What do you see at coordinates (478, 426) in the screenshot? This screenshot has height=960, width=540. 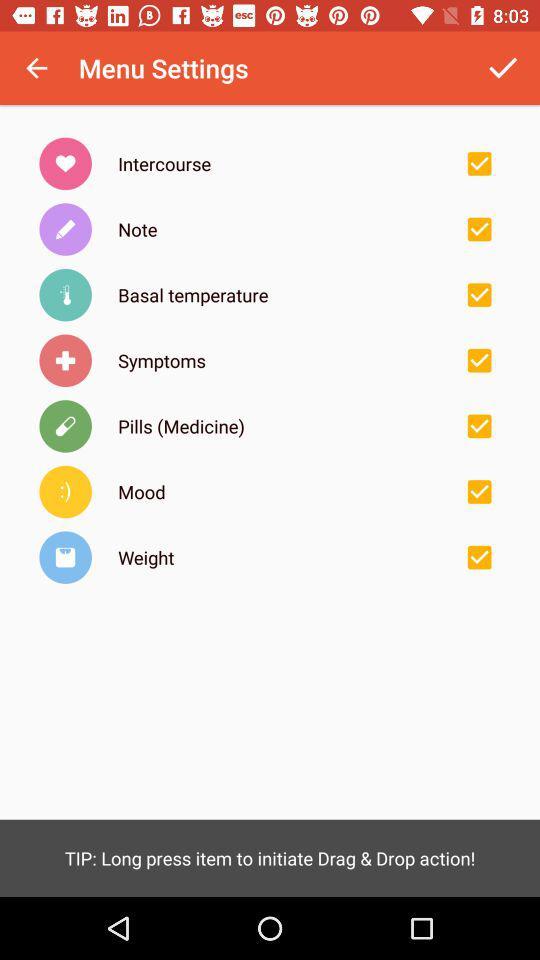 I see `pills` at bounding box center [478, 426].